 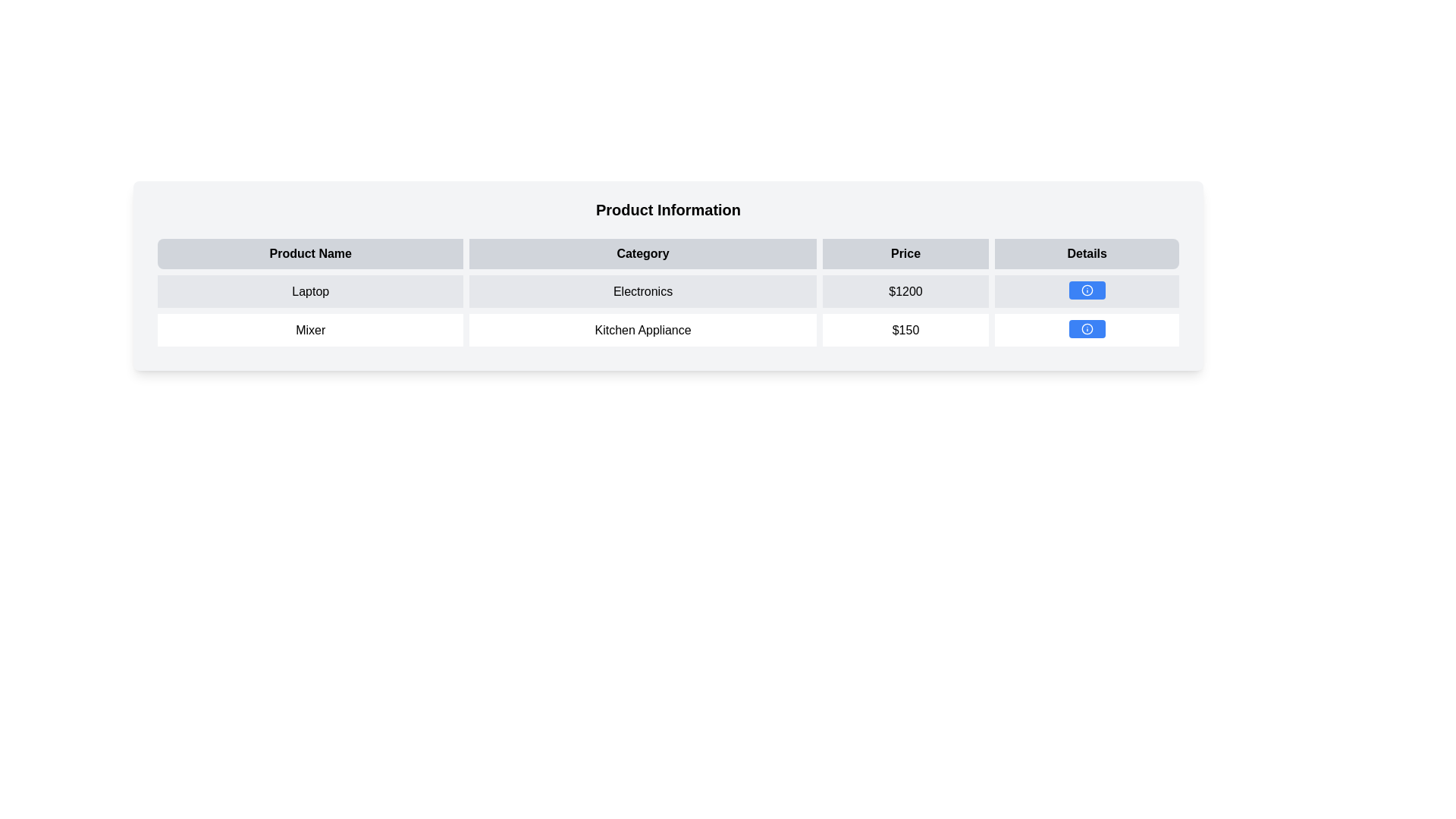 I want to click on the text of the header that indicates the subject of the product details above the table for copying, so click(x=667, y=210).